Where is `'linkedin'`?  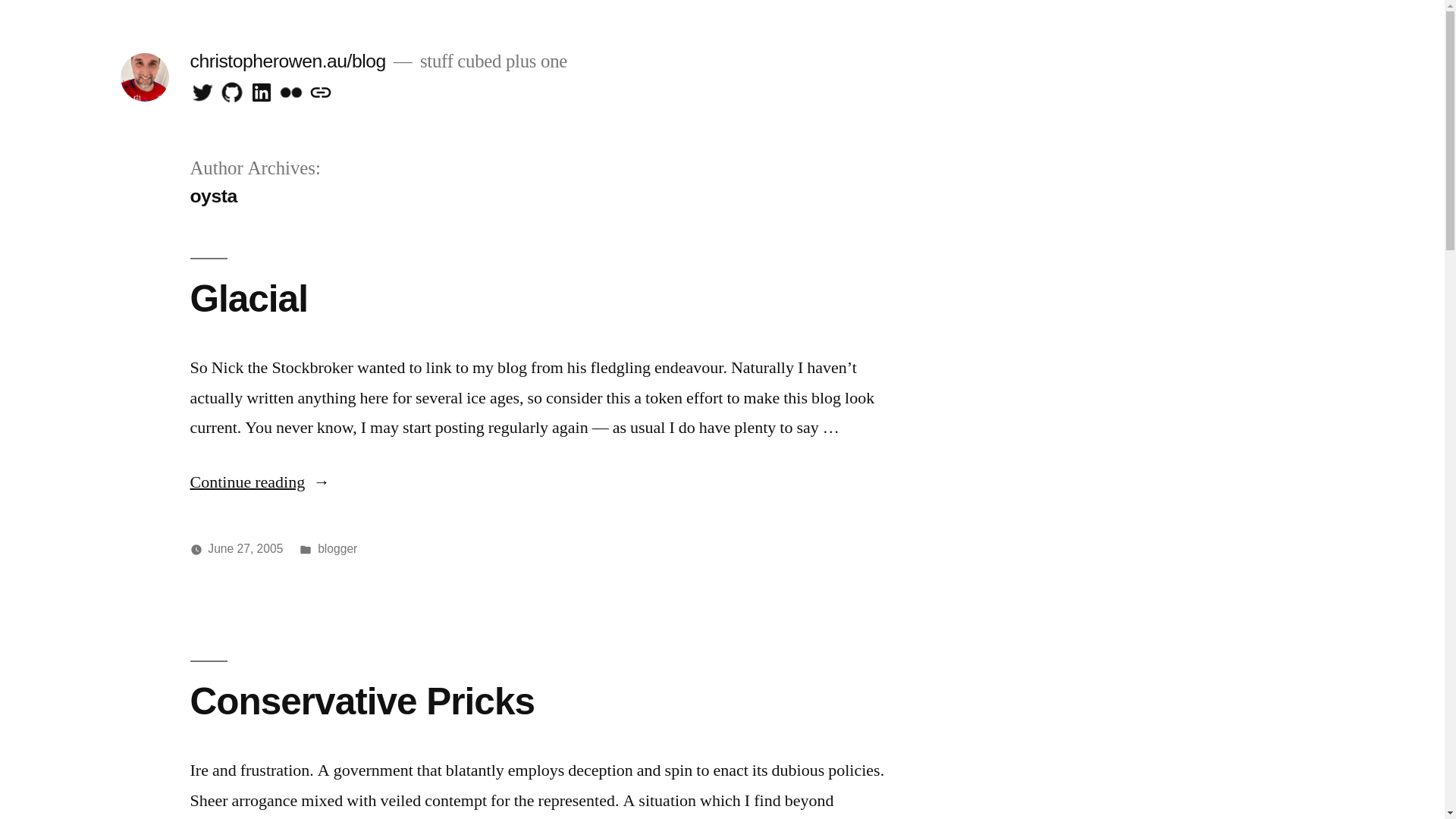
'linkedin' is located at coordinates (262, 93).